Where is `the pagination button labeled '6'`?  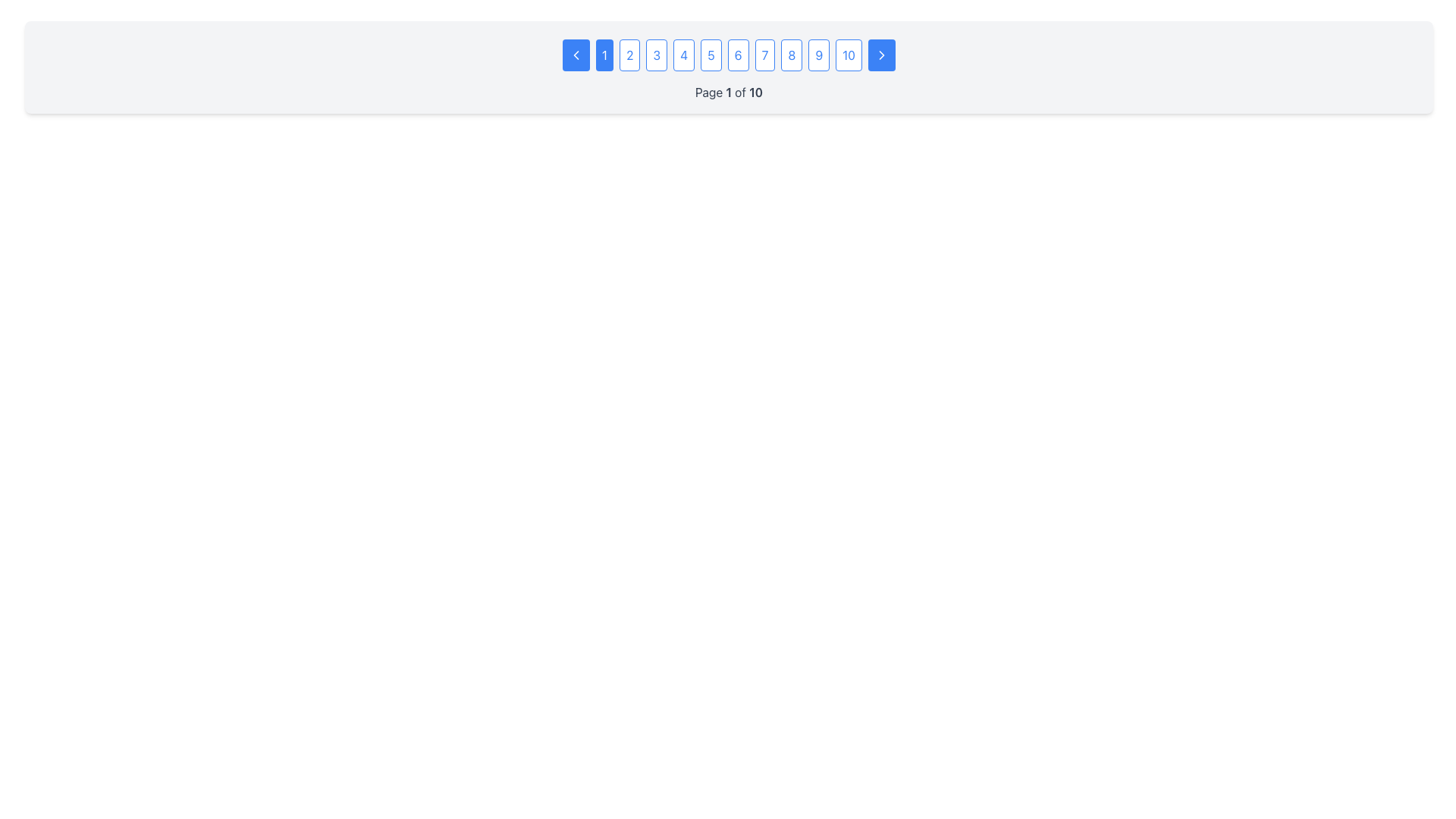
the pagination button labeled '6' is located at coordinates (738, 55).